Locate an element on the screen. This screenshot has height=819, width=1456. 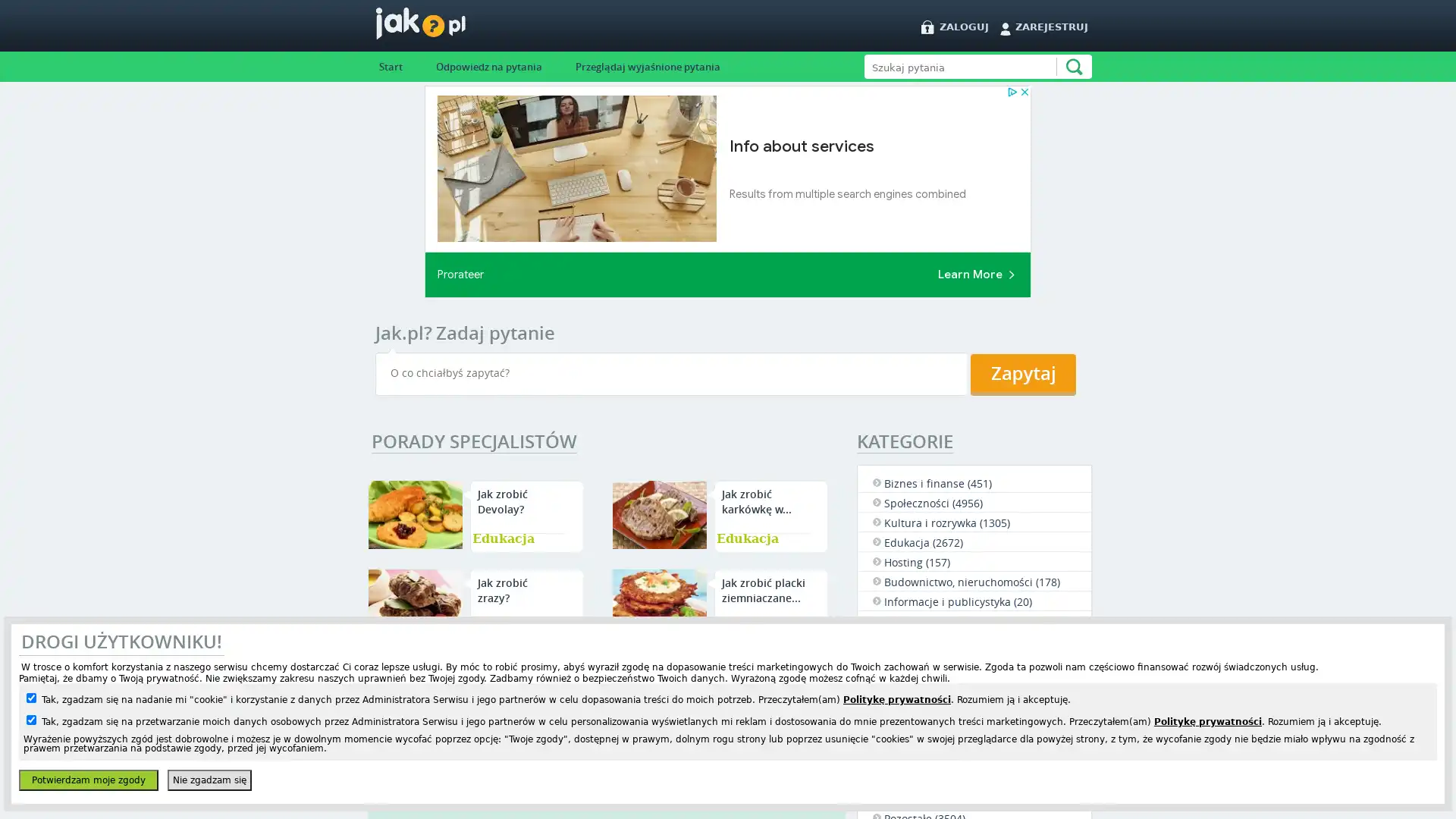
Szukaj is located at coordinates (881, 93).